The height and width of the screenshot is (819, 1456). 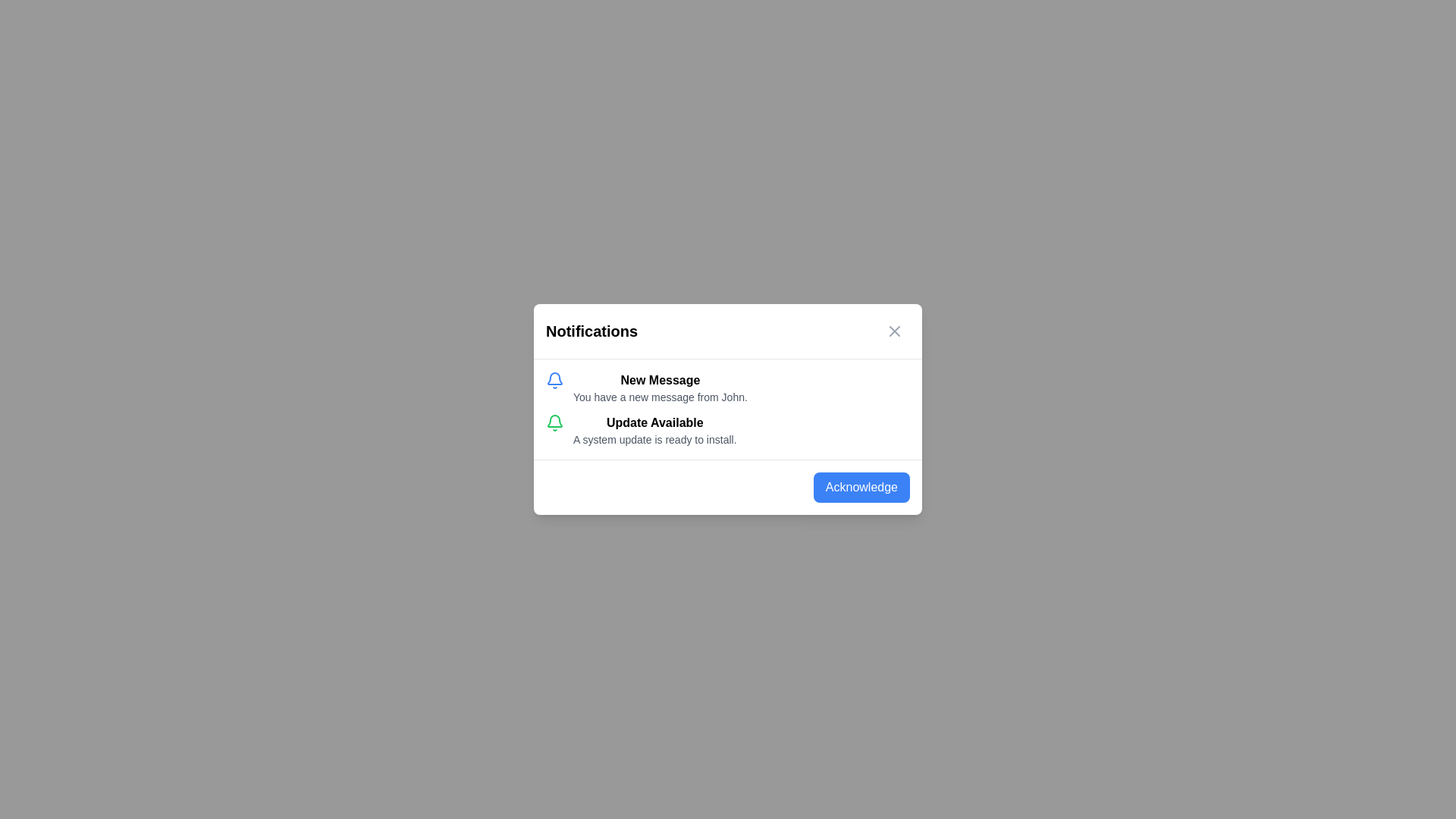 What do you see at coordinates (895, 330) in the screenshot?
I see `the close button of the notification dialog to dismiss it` at bounding box center [895, 330].